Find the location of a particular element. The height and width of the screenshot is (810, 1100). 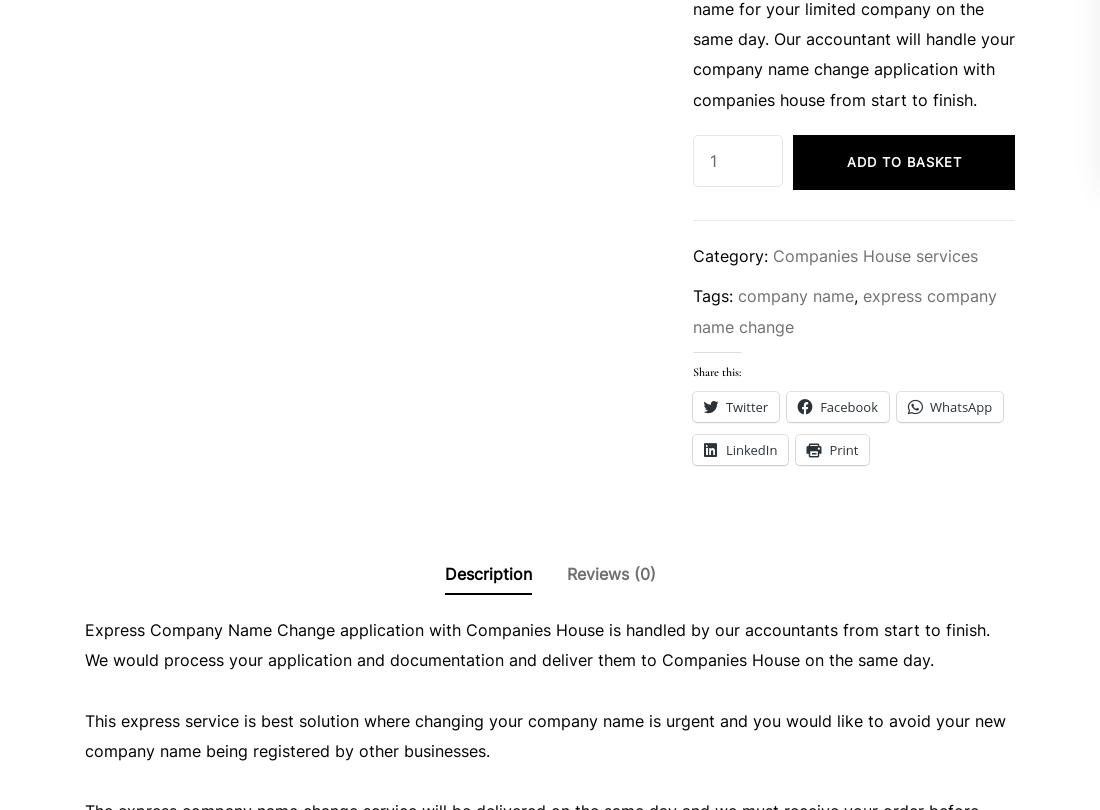

'Description' is located at coordinates (487, 573).